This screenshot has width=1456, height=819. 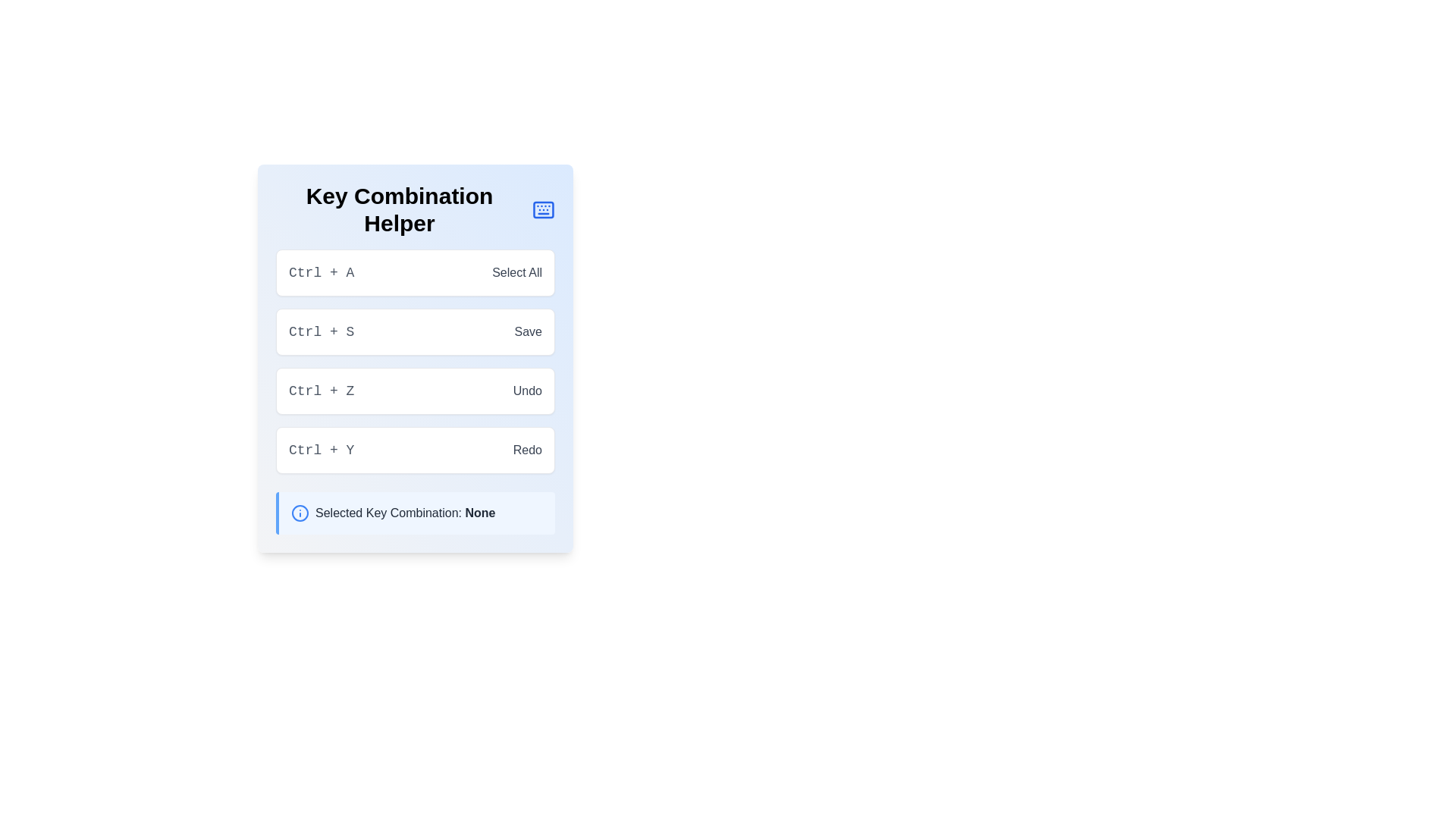 What do you see at coordinates (415, 513) in the screenshot?
I see `displayed text in the blue notification area which shows 'Selected Key Combination: None'` at bounding box center [415, 513].